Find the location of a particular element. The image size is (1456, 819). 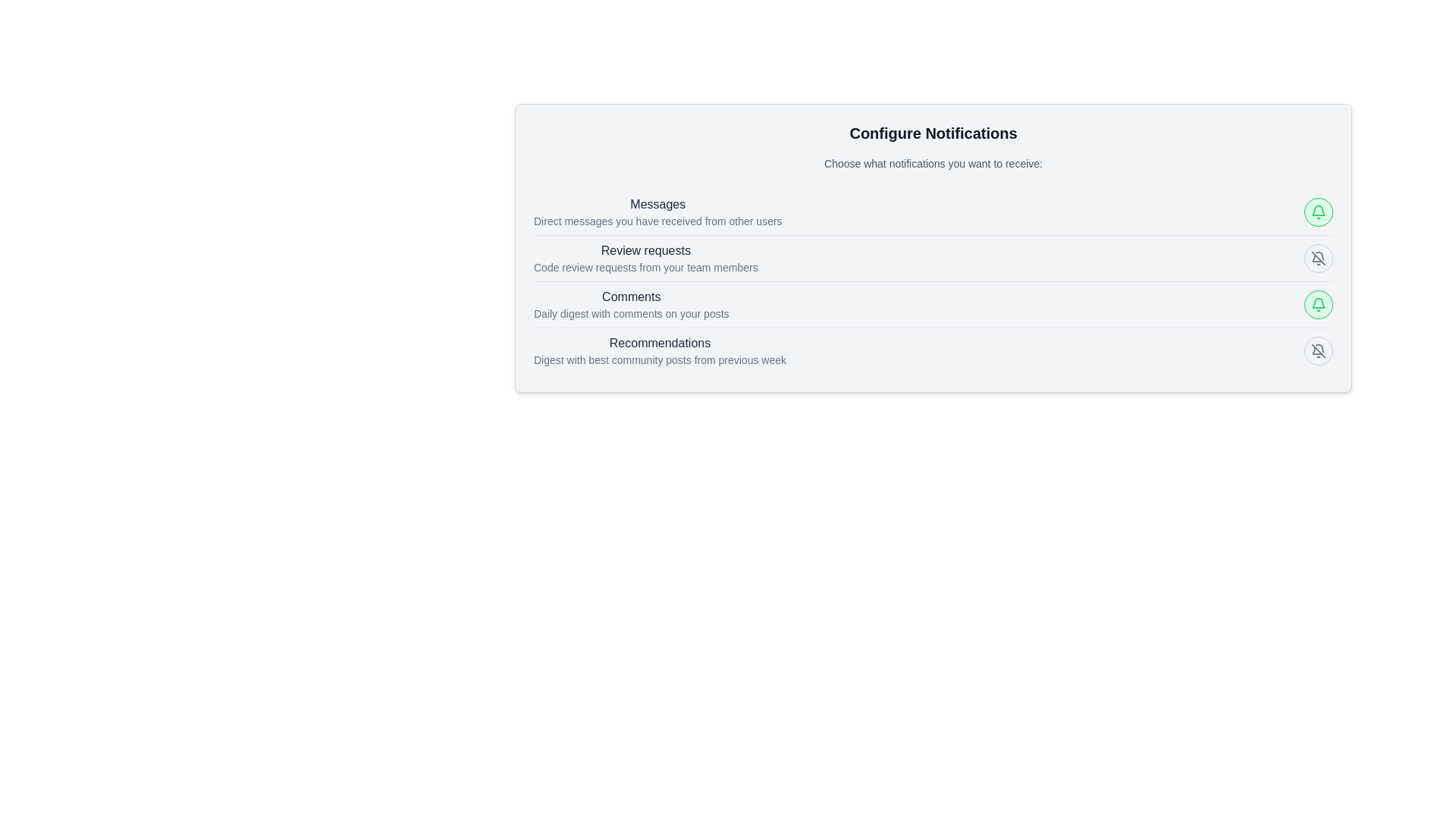

the circular button with a green border and light green background containing a bell icon in the top-right corner of the 'Comments' section is located at coordinates (1317, 304).